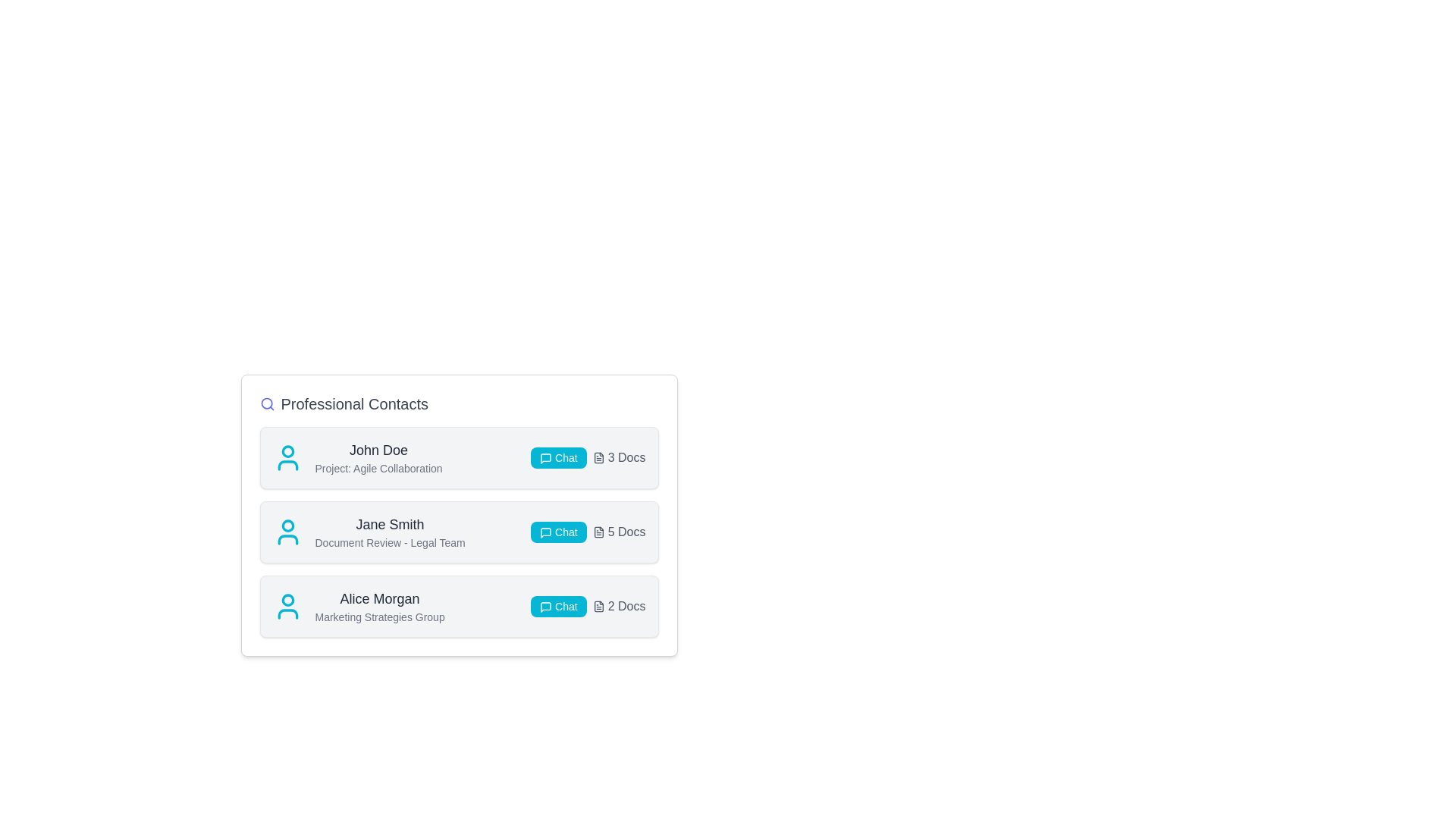  I want to click on the element Jane Smith to reveal its tooltip or additional information, so click(390, 523).